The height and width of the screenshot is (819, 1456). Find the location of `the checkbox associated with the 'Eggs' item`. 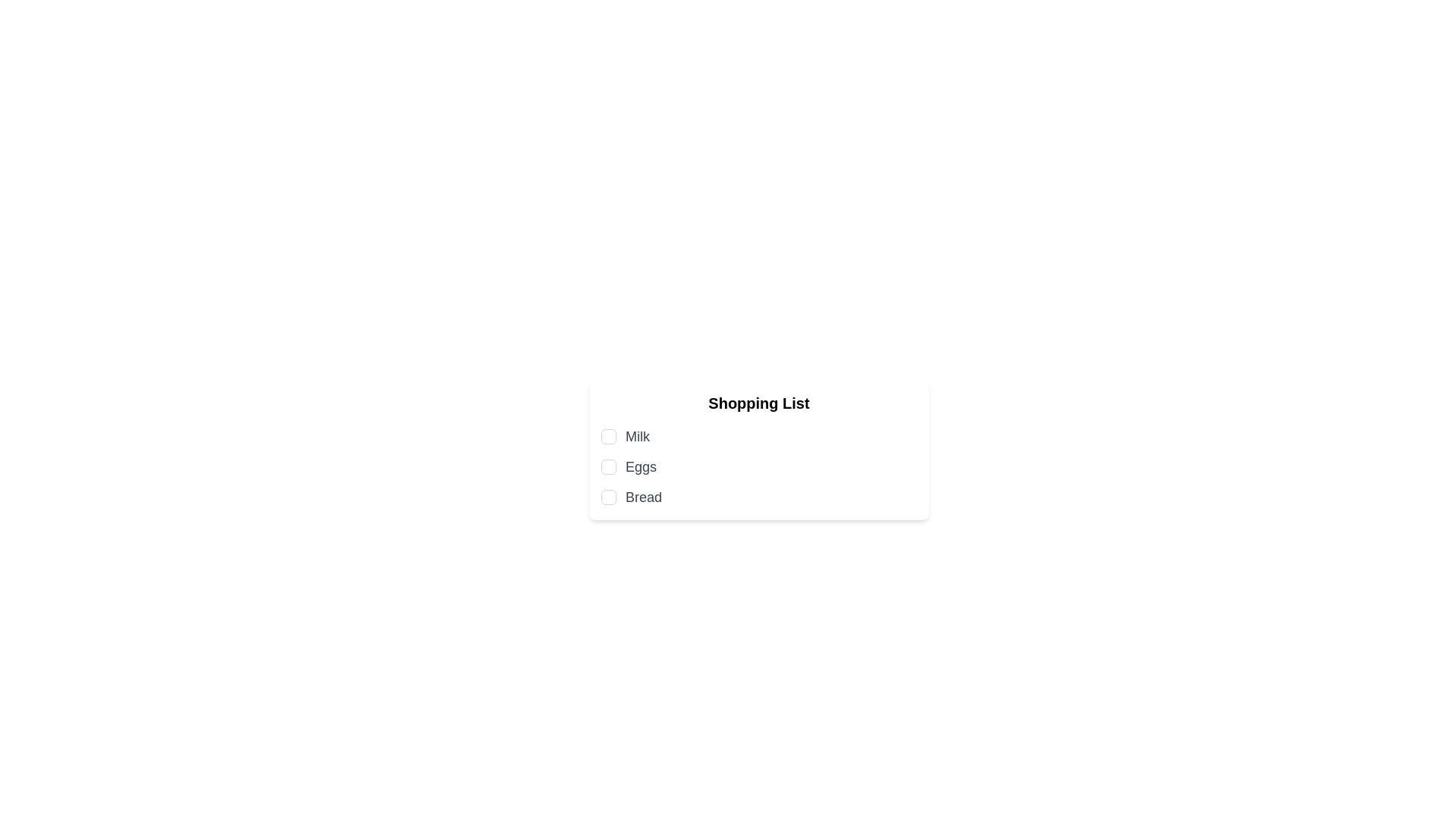

the checkbox associated with the 'Eggs' item is located at coordinates (608, 466).